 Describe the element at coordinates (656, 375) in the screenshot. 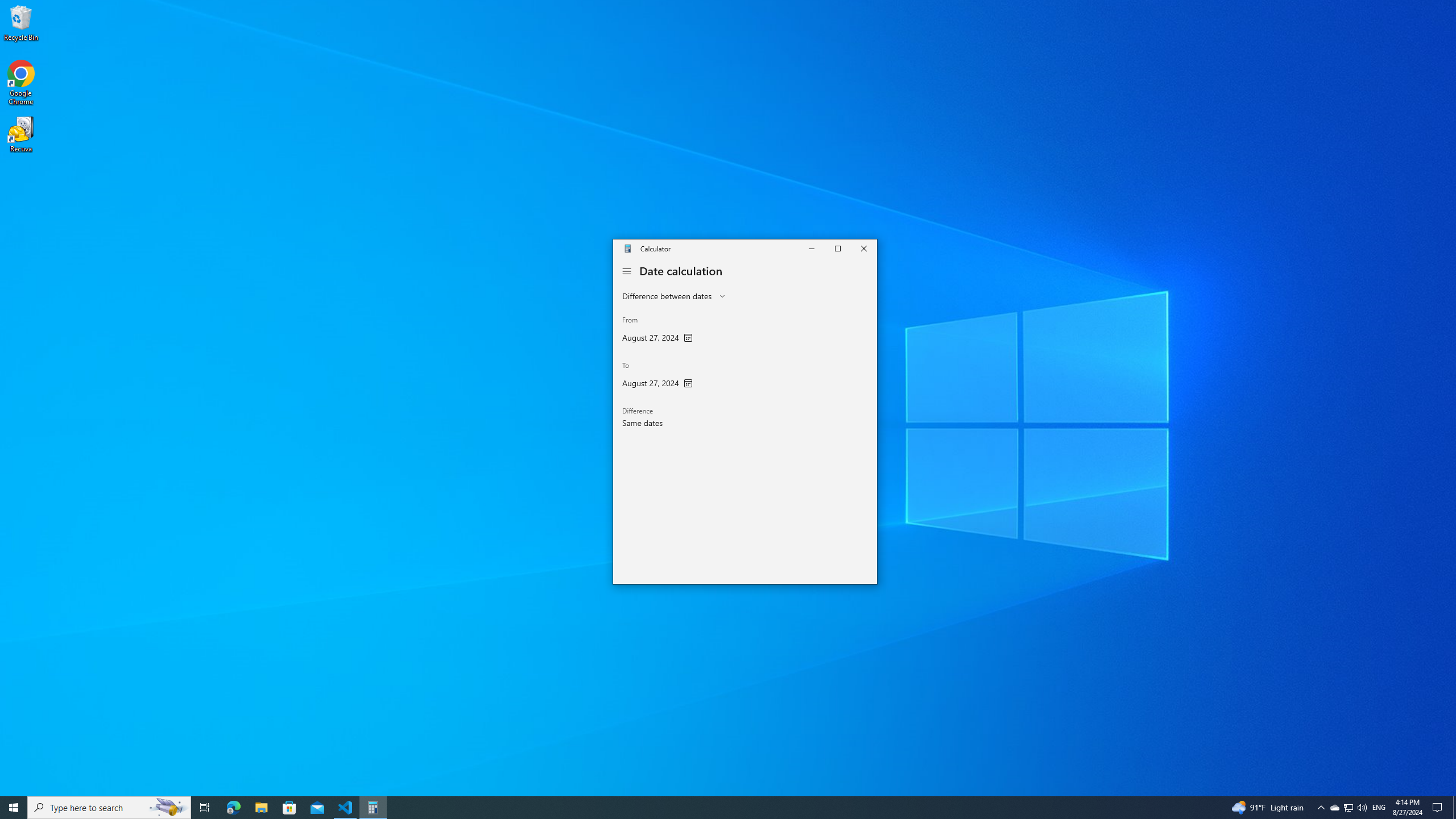

I see `'To'` at that location.